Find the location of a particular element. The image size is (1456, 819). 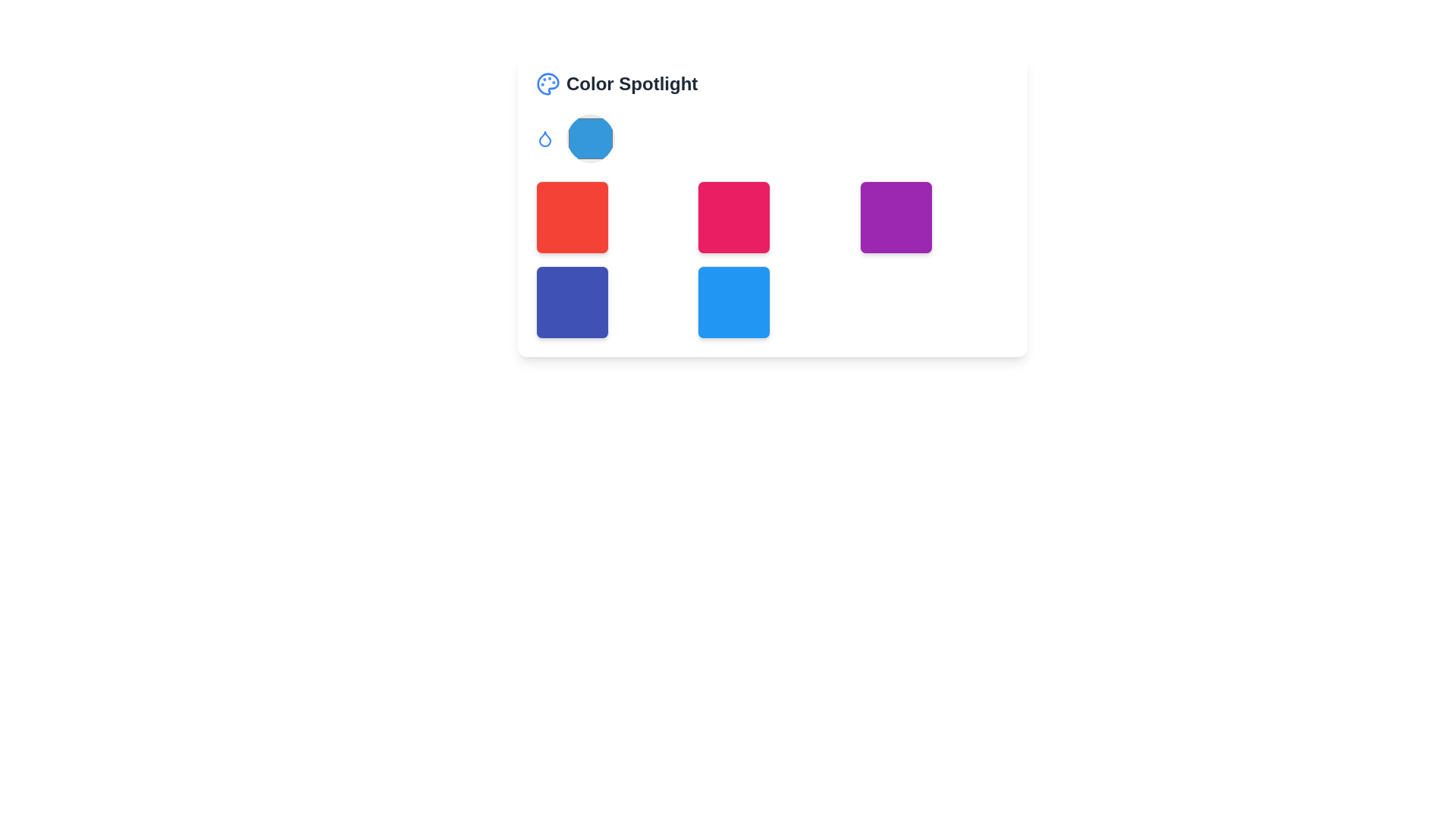

the water droplet-shaped icon with a blue outline is located at coordinates (545, 138).